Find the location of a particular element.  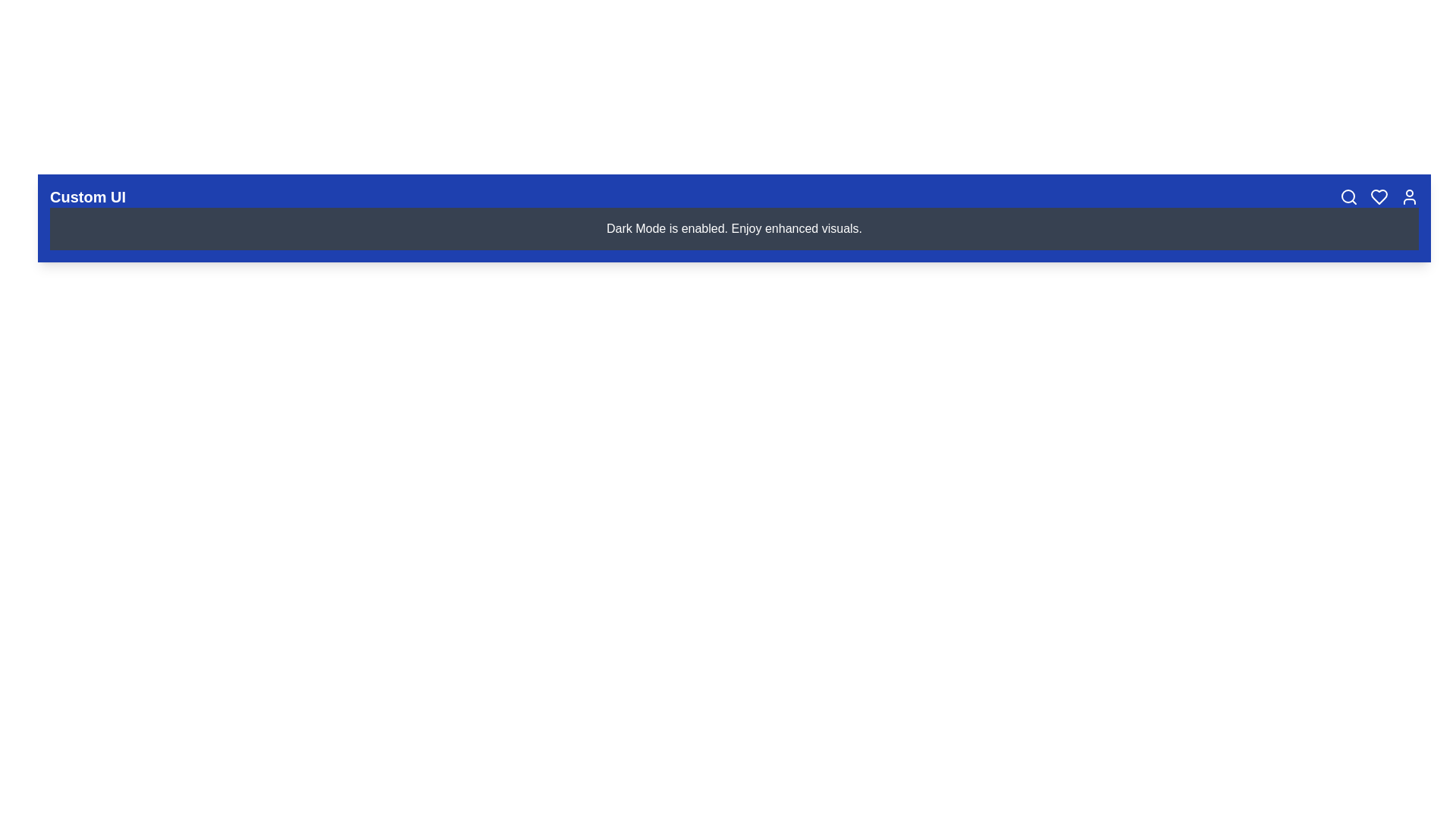

the heart icon to indicate a favorite or like action is located at coordinates (1379, 196).